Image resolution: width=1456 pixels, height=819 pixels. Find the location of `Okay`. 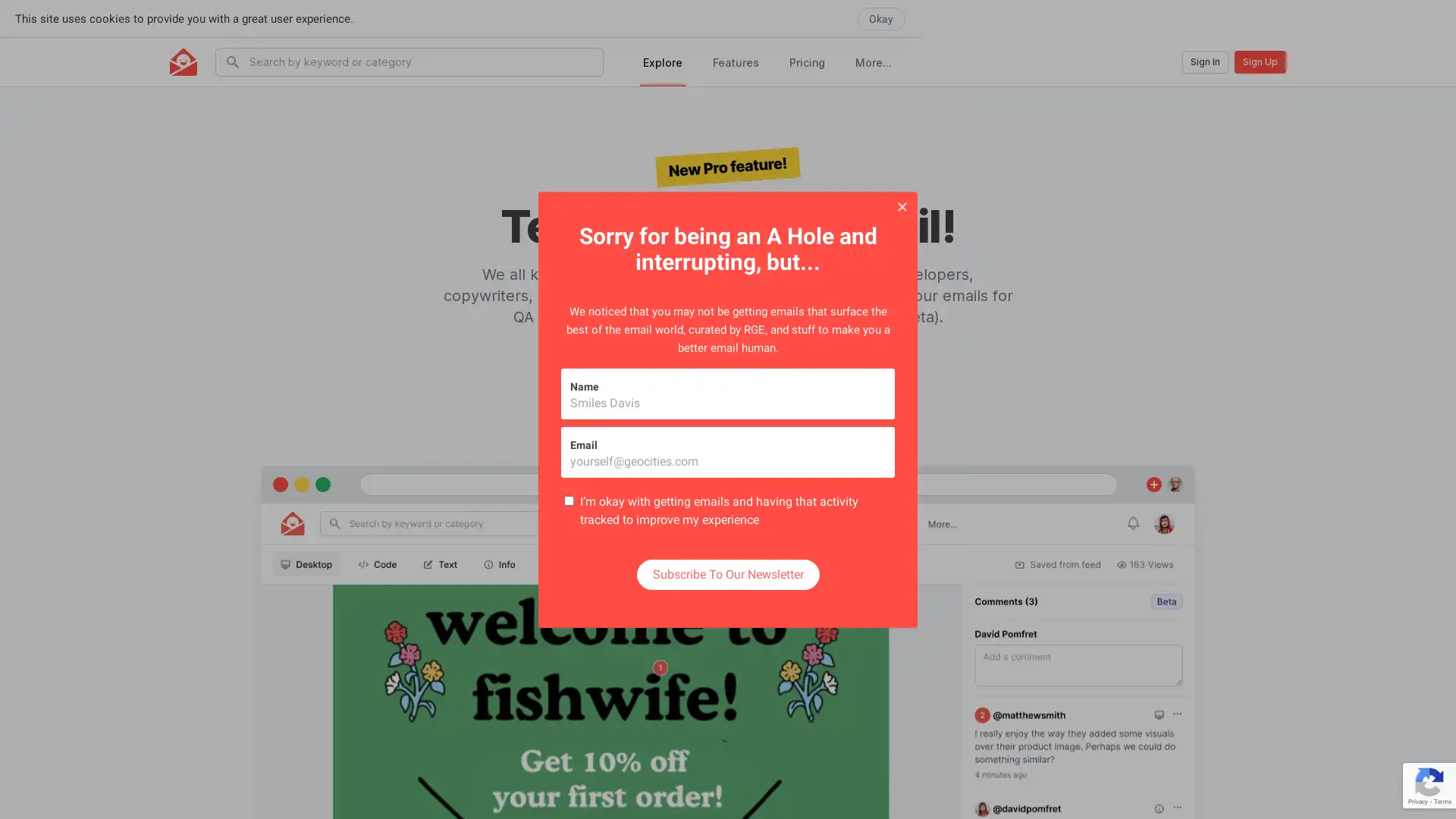

Okay is located at coordinates (1415, 17).